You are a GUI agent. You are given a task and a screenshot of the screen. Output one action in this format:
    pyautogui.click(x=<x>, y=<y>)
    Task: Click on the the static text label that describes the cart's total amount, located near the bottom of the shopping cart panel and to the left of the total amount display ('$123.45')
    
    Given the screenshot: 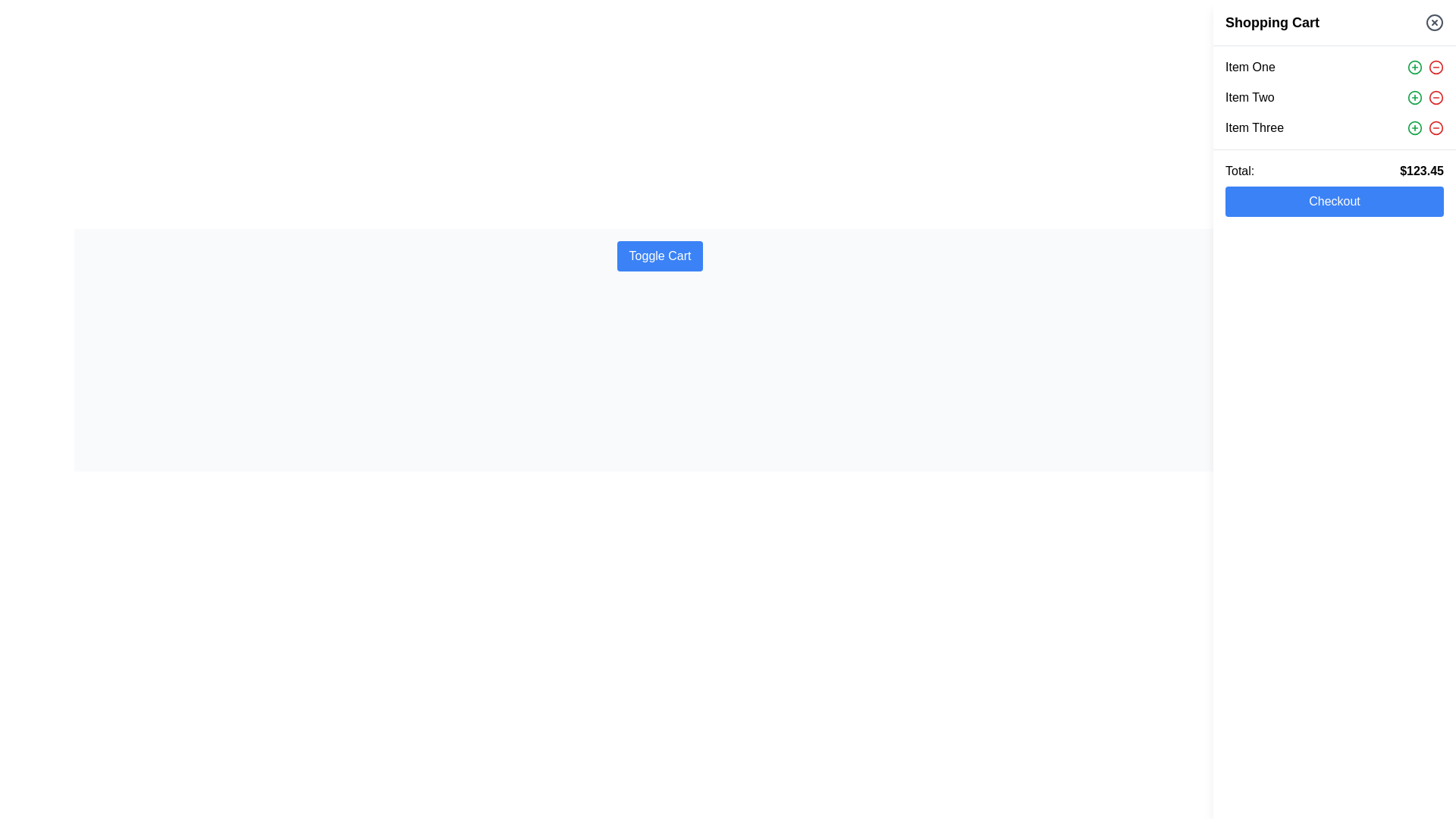 What is the action you would take?
    pyautogui.click(x=1240, y=171)
    